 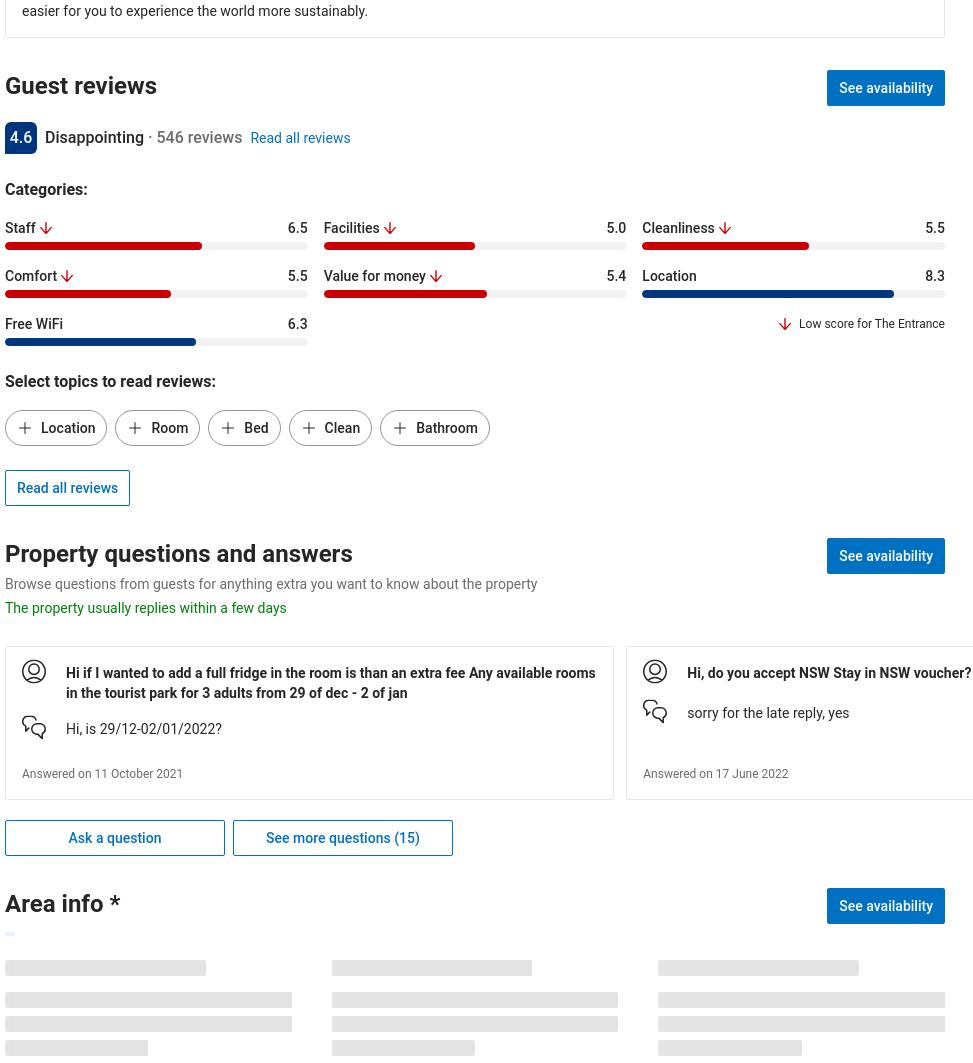 I want to click on 'Property questions and answers', so click(x=4, y=553).